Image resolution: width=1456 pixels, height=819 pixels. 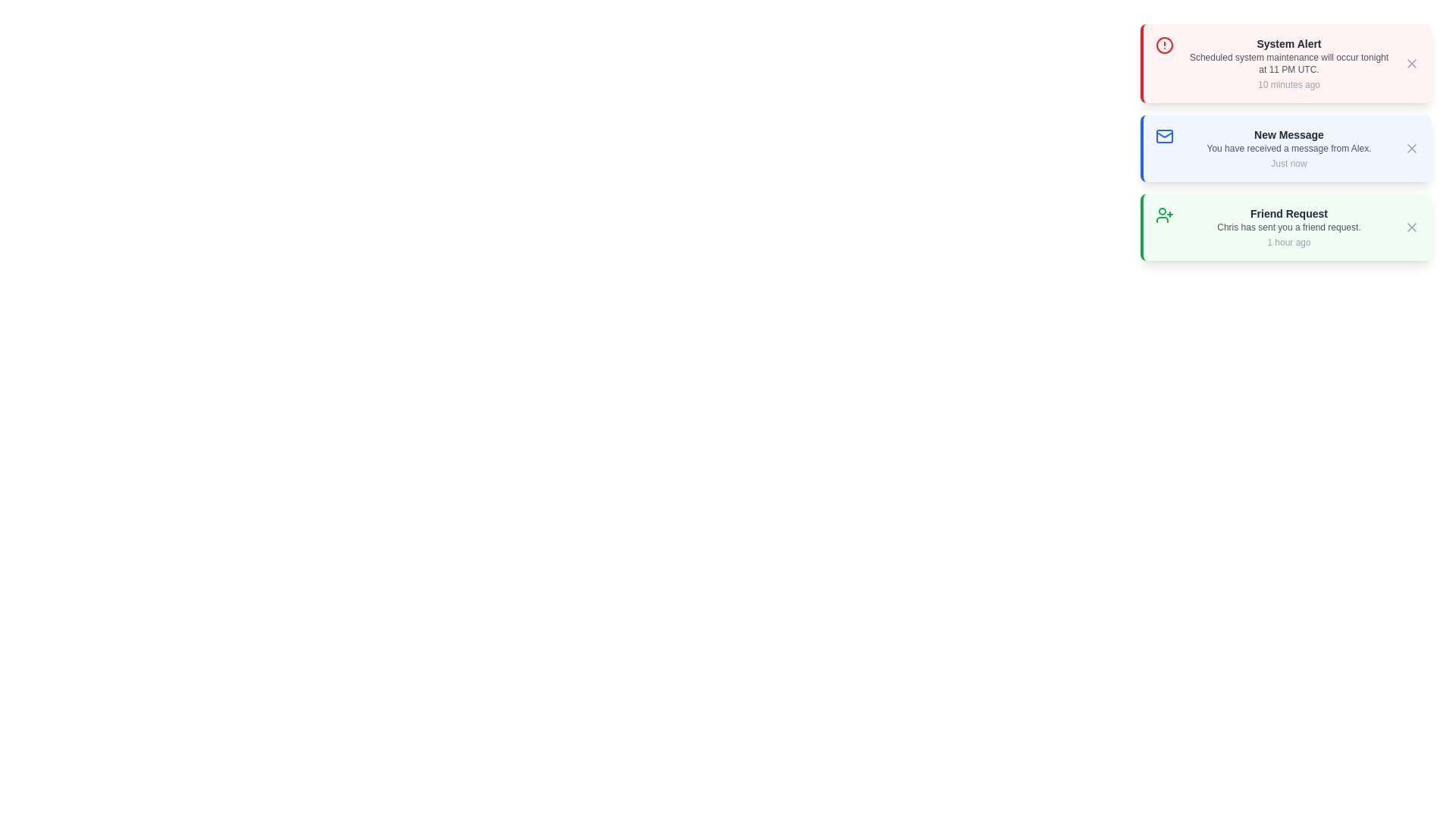 I want to click on the top left stroke of the 'X' shape close button located in the top right corner of the 'System Alert' notification card, so click(x=1411, y=63).